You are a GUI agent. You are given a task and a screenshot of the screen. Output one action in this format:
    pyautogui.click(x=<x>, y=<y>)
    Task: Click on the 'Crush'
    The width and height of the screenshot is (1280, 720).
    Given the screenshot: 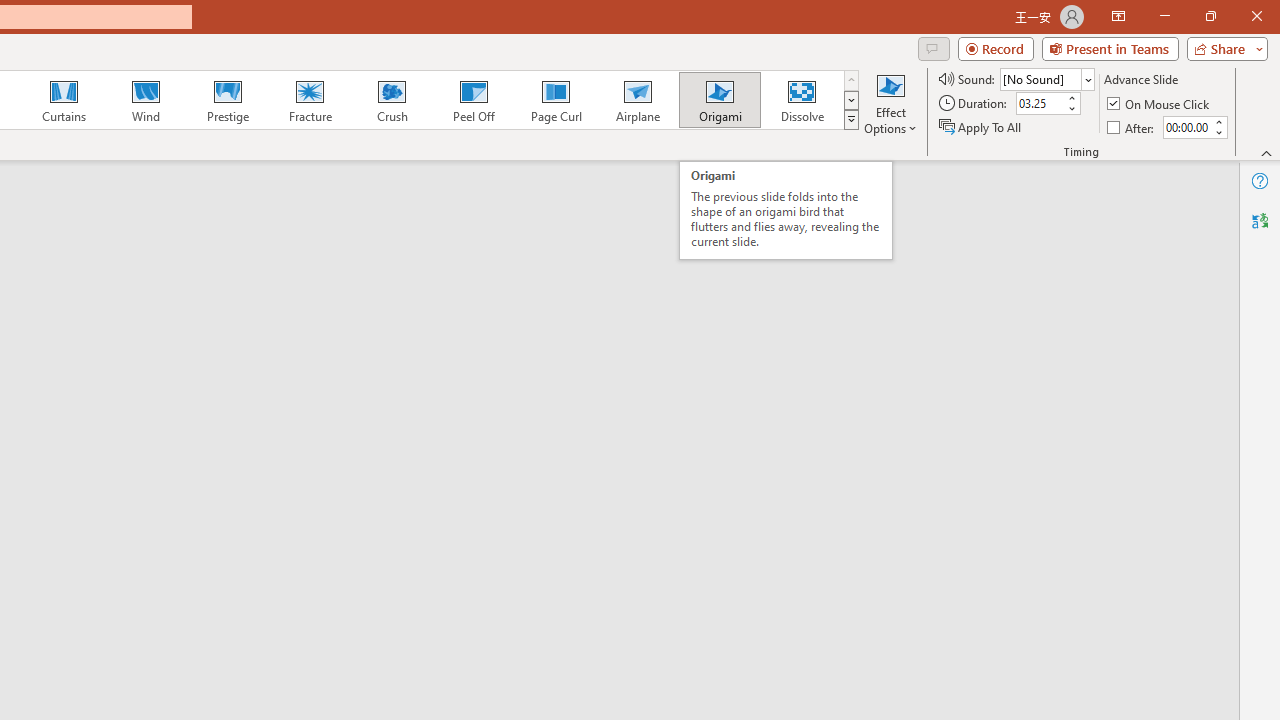 What is the action you would take?
    pyautogui.click(x=391, y=100)
    